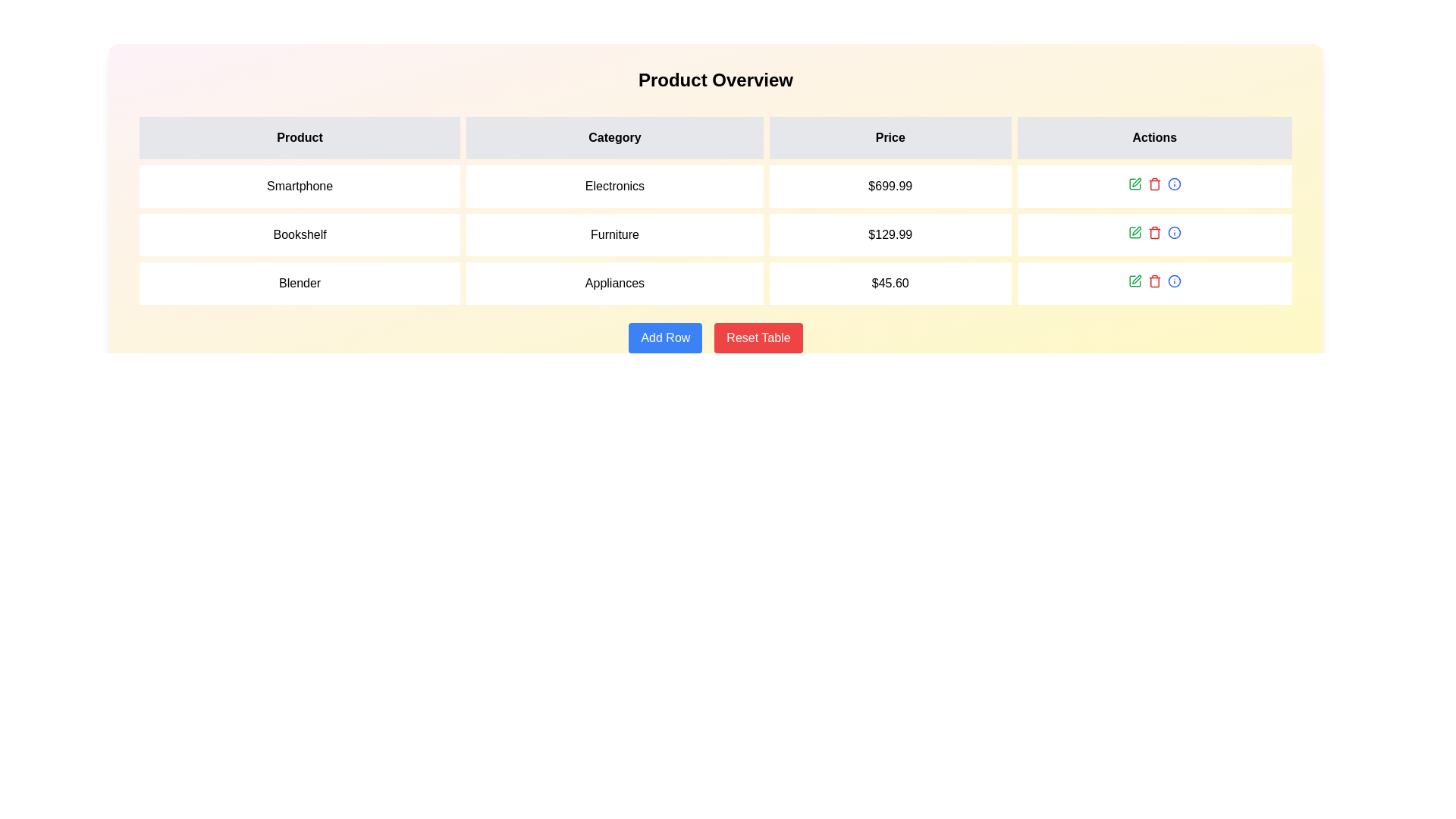 The width and height of the screenshot is (1456, 819). Describe the element at coordinates (615, 186) in the screenshot. I see `the text label displaying 'Electronics', which is located in the second cell of the first row under the 'Category' column in a table layout` at that location.